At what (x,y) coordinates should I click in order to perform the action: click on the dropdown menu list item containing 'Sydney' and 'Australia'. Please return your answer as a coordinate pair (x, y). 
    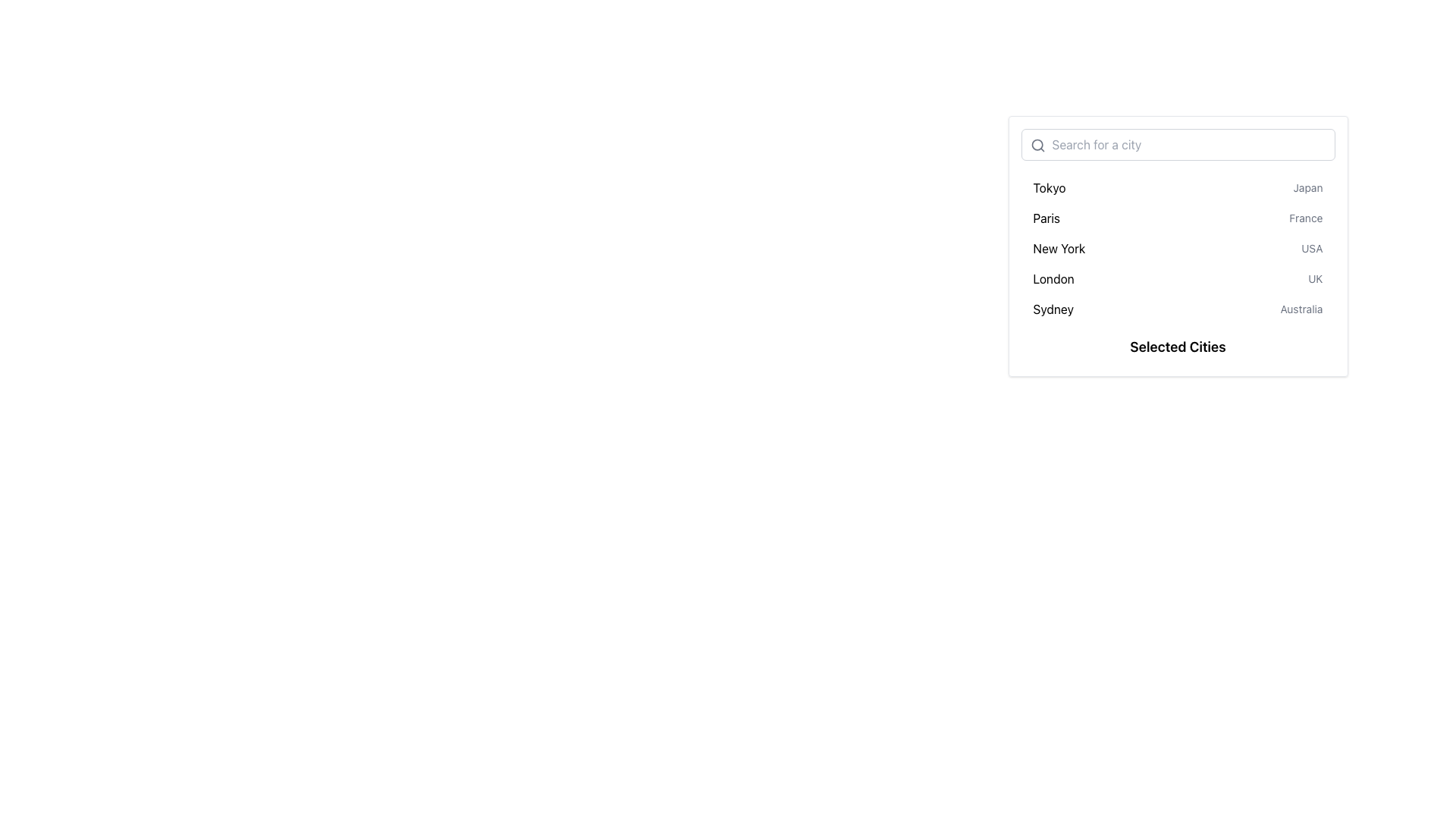
    Looking at the image, I should click on (1177, 309).